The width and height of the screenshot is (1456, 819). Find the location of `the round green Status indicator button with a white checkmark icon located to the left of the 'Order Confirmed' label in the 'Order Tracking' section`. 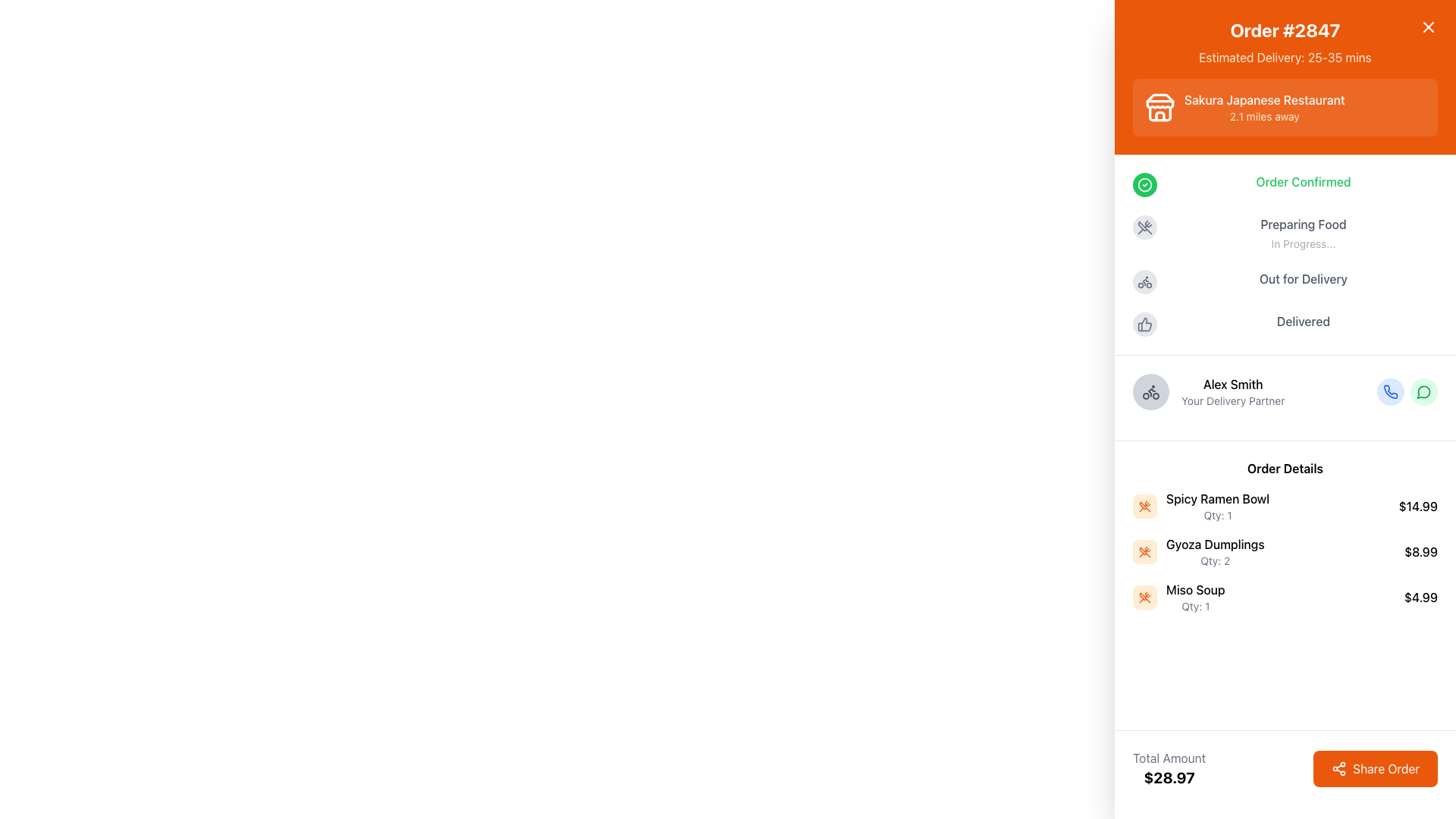

the round green Status indicator button with a white checkmark icon located to the left of the 'Order Confirmed' label in the 'Order Tracking' section is located at coordinates (1145, 184).